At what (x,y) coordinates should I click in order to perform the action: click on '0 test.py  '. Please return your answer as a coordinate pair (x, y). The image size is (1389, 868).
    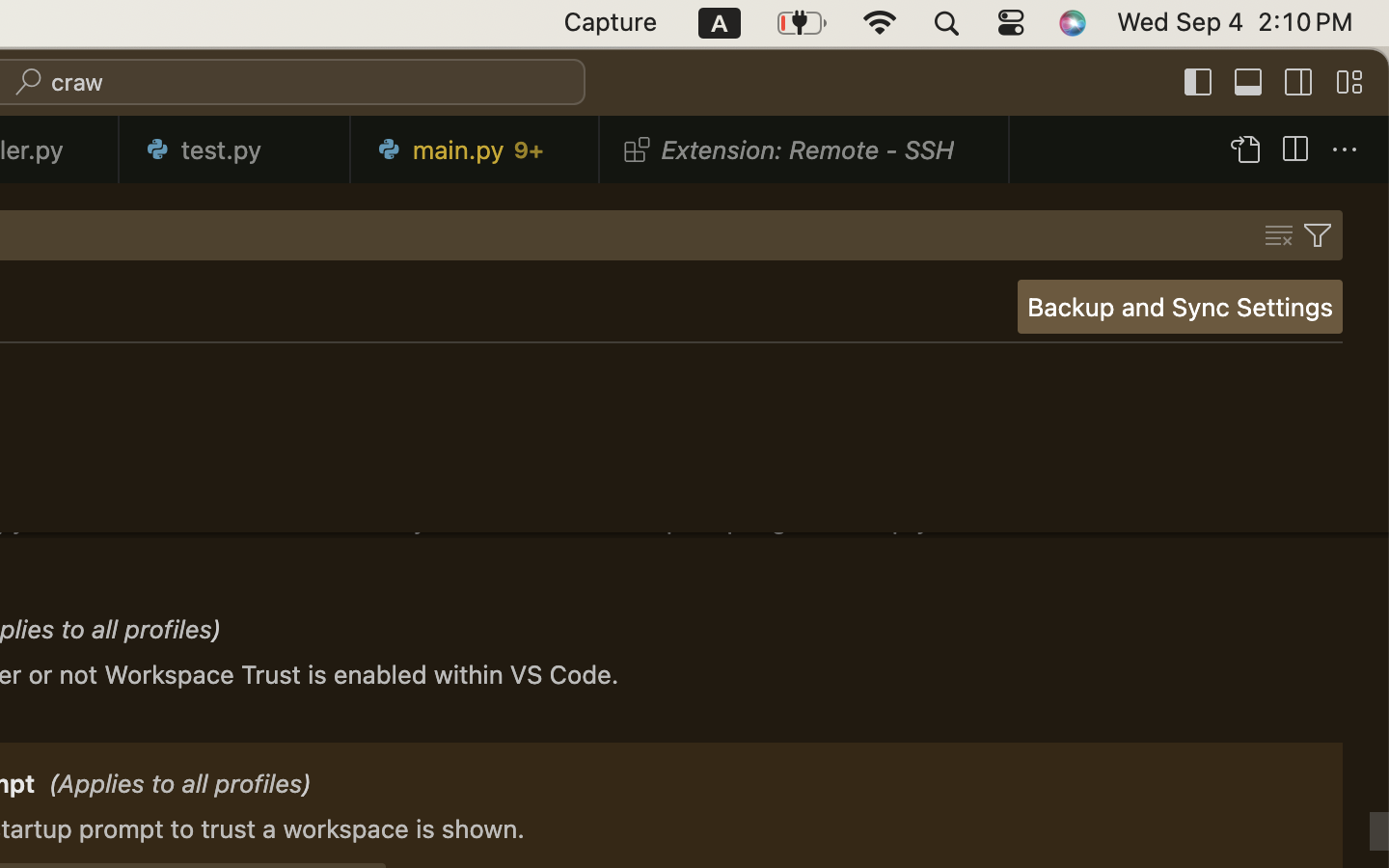
    Looking at the image, I should click on (233, 149).